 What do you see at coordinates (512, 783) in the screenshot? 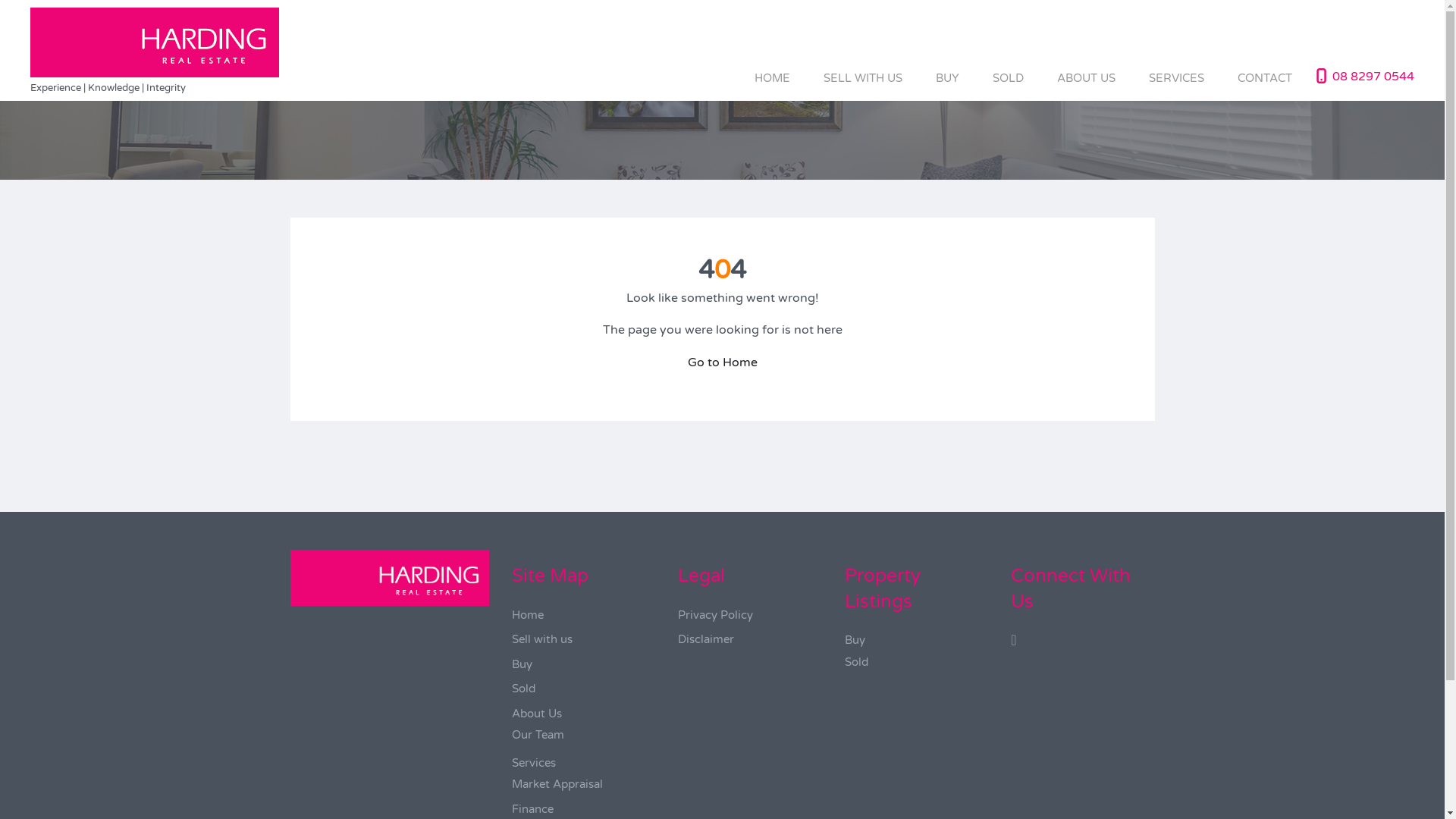
I see `'Market Appraisal'` at bounding box center [512, 783].